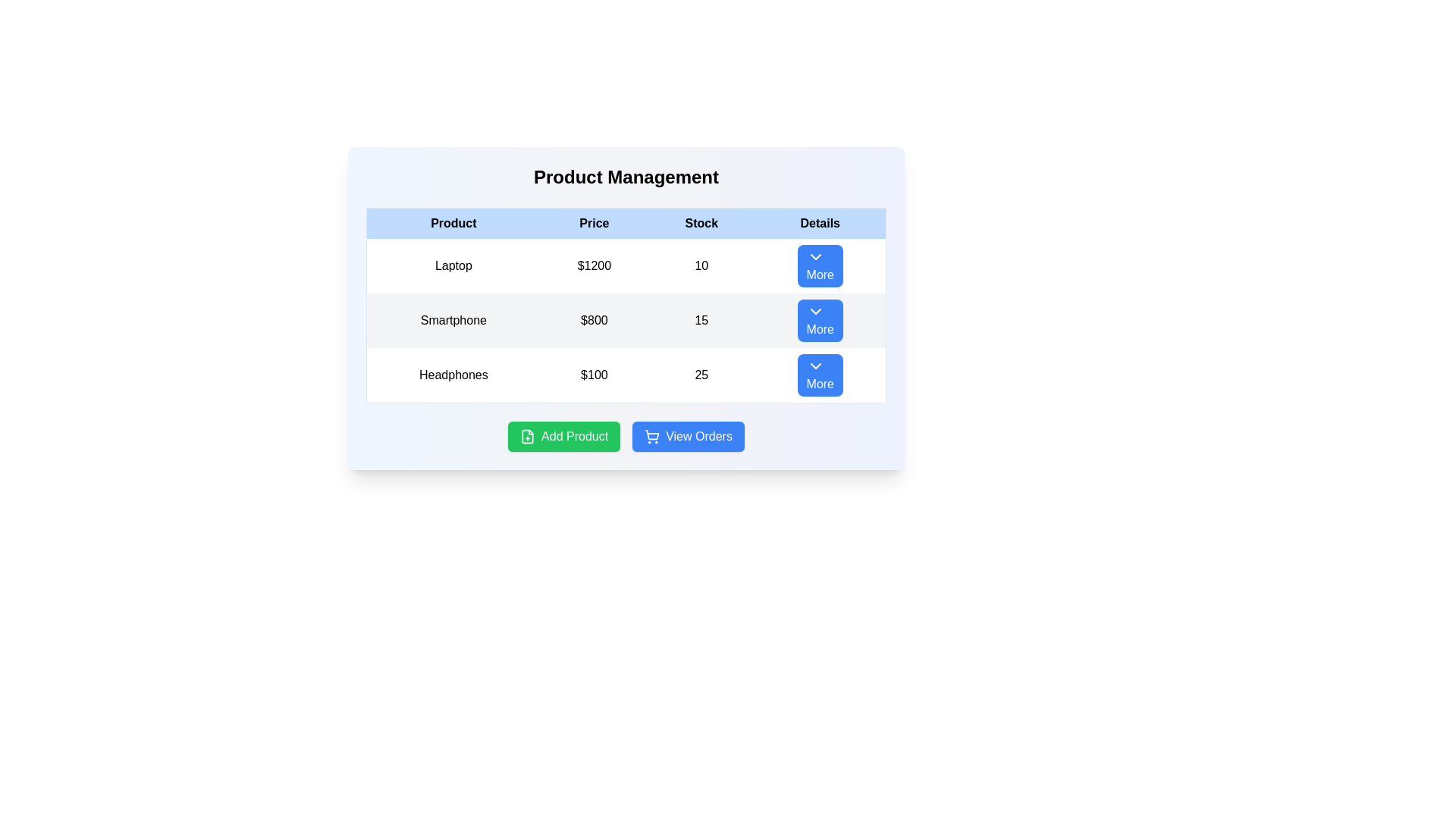  I want to click on the downward-pointing chevron icon located within the blue rectangular button labeled 'More' in the 'Details' column of the third row of the table for the 'Headphones' product entry, so click(814, 366).